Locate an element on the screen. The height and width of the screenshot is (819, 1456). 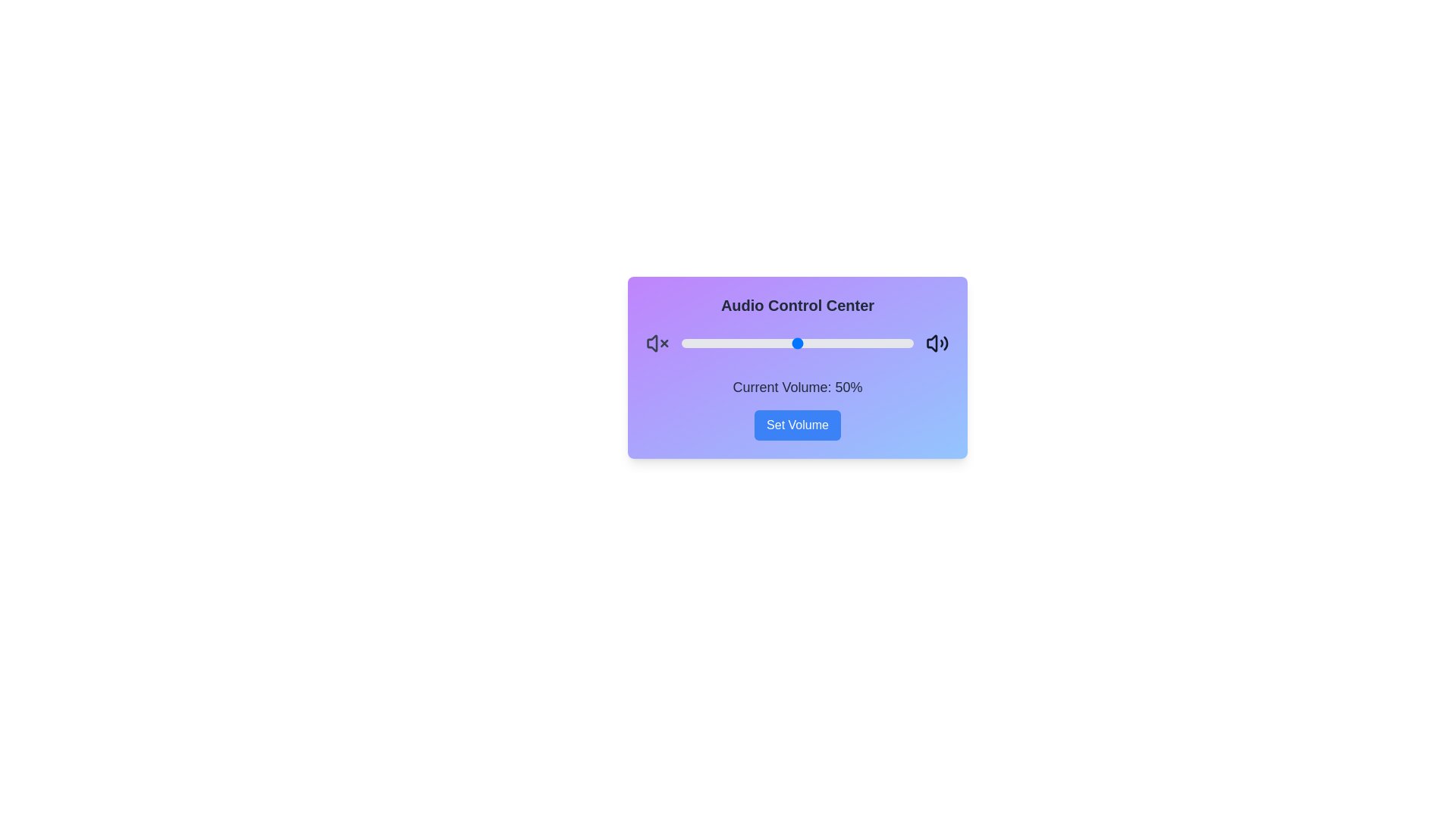
the volume slider to set the volume to 86% is located at coordinates (881, 343).